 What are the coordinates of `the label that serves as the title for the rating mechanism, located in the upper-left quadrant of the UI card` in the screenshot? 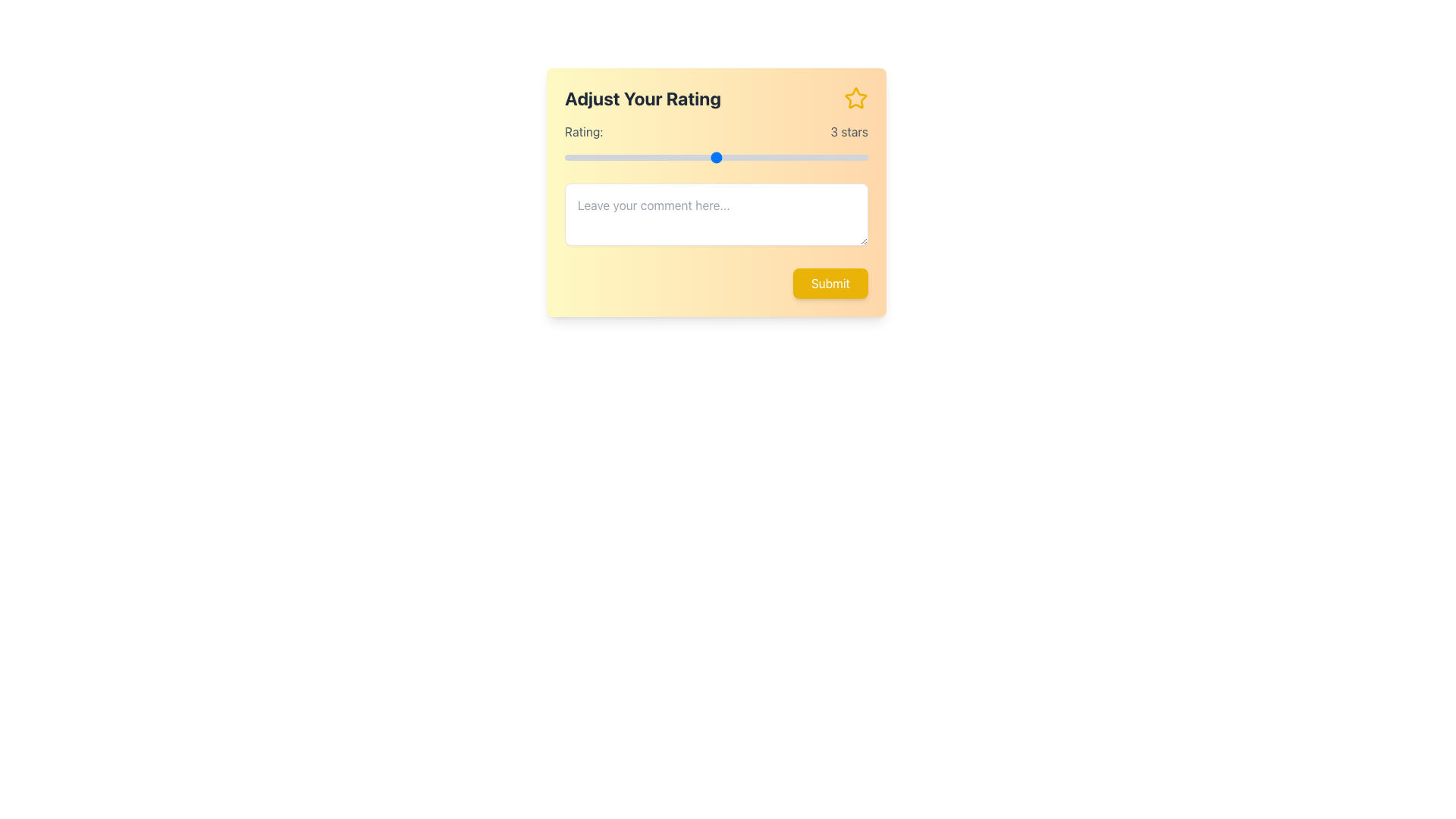 It's located at (583, 130).